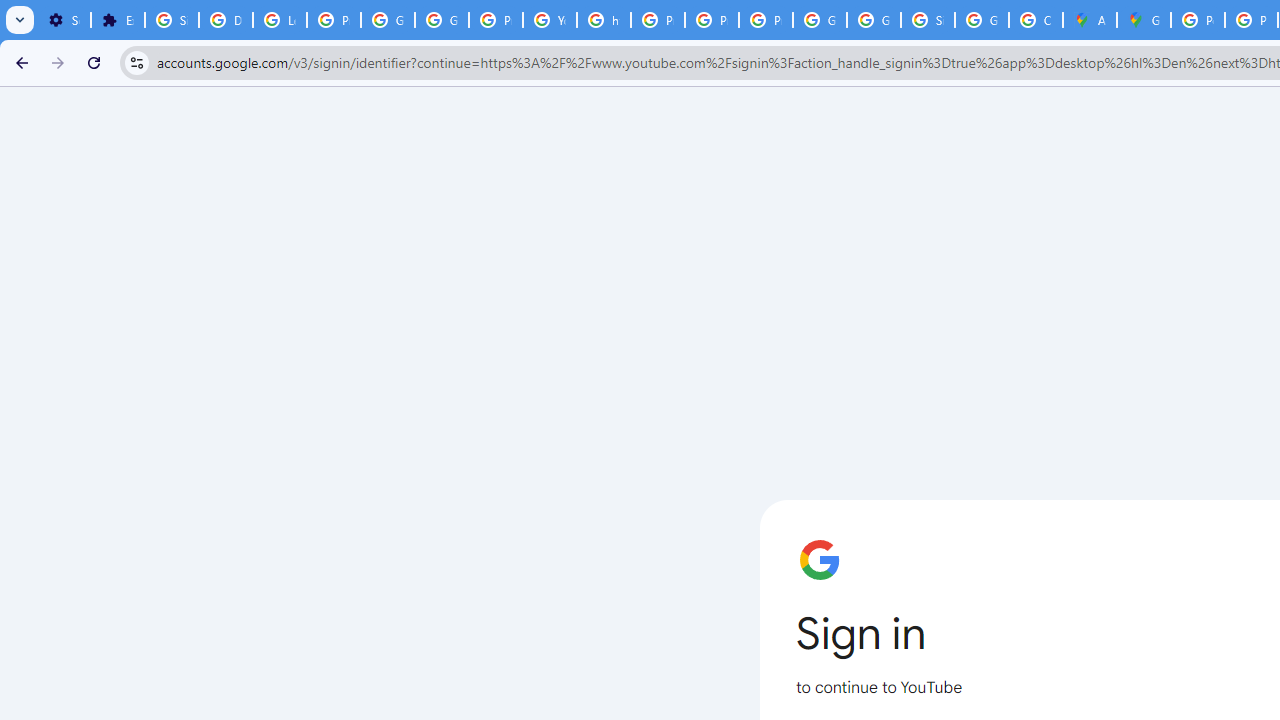  Describe the element at coordinates (657, 20) in the screenshot. I see `'Privacy Help Center - Policies Help'` at that location.